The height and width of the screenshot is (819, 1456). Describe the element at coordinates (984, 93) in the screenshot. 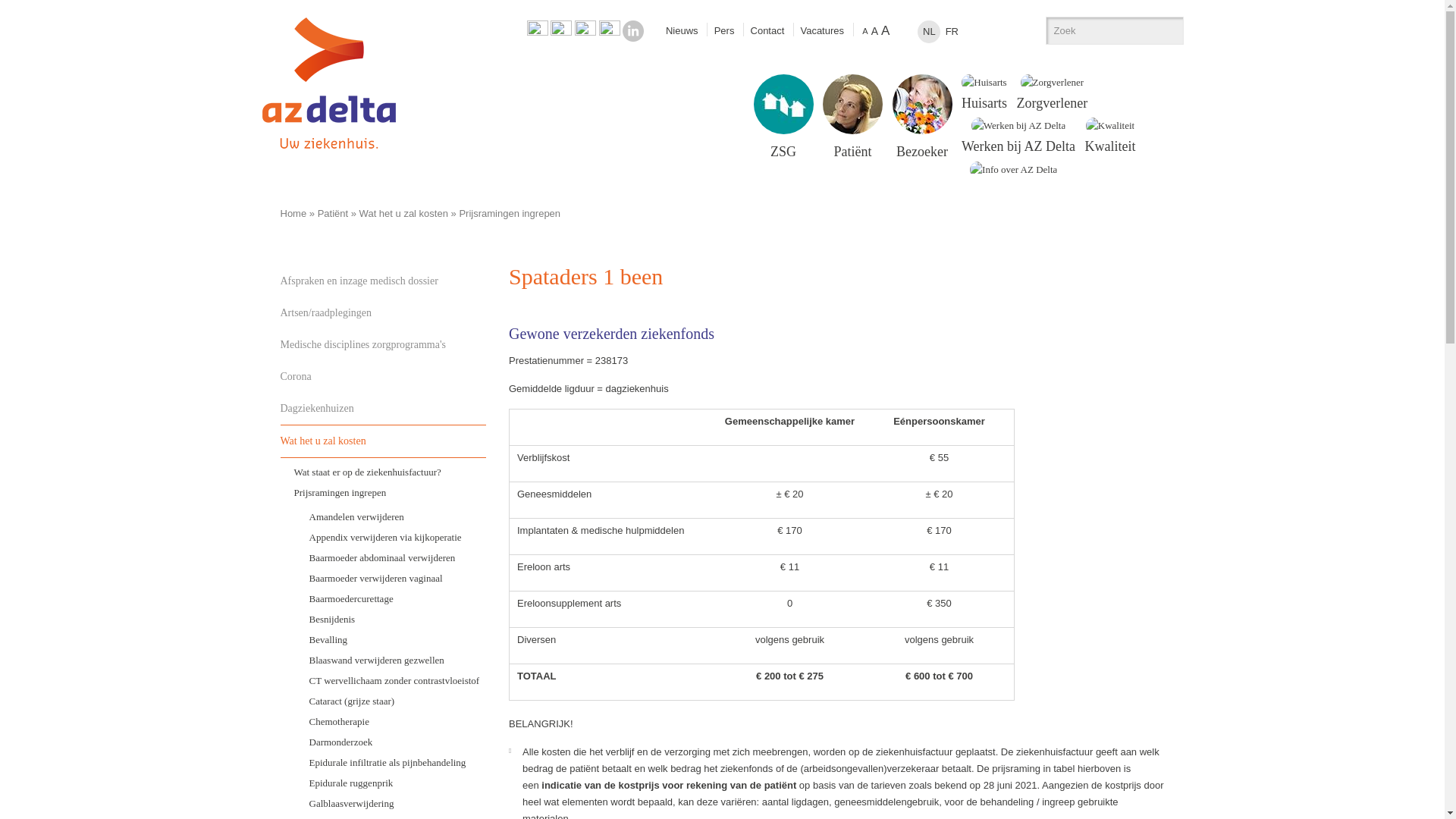

I see `'Huisarts'` at that location.